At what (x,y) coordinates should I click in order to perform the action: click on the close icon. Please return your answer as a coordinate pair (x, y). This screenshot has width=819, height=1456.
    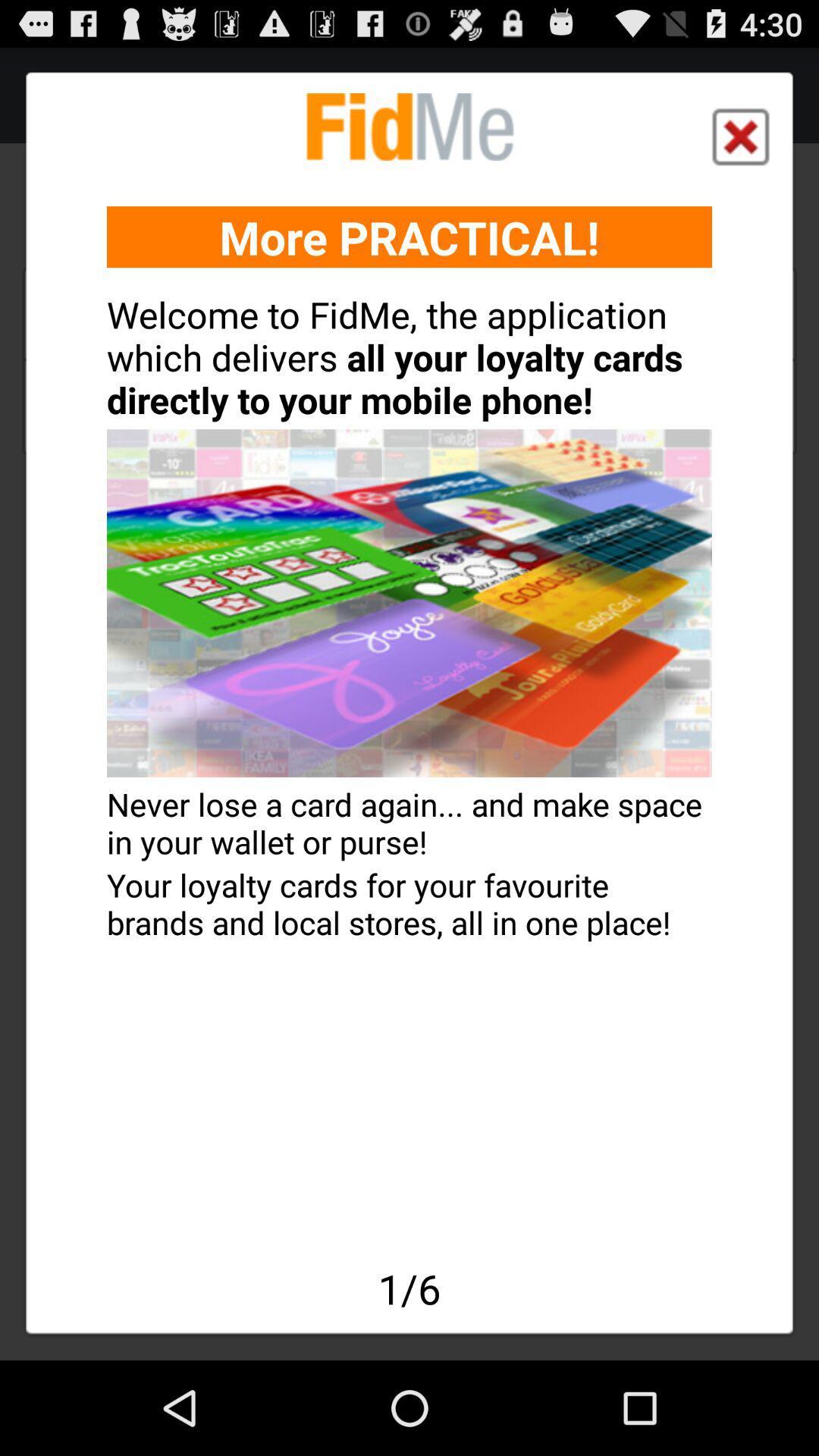
    Looking at the image, I should click on (739, 146).